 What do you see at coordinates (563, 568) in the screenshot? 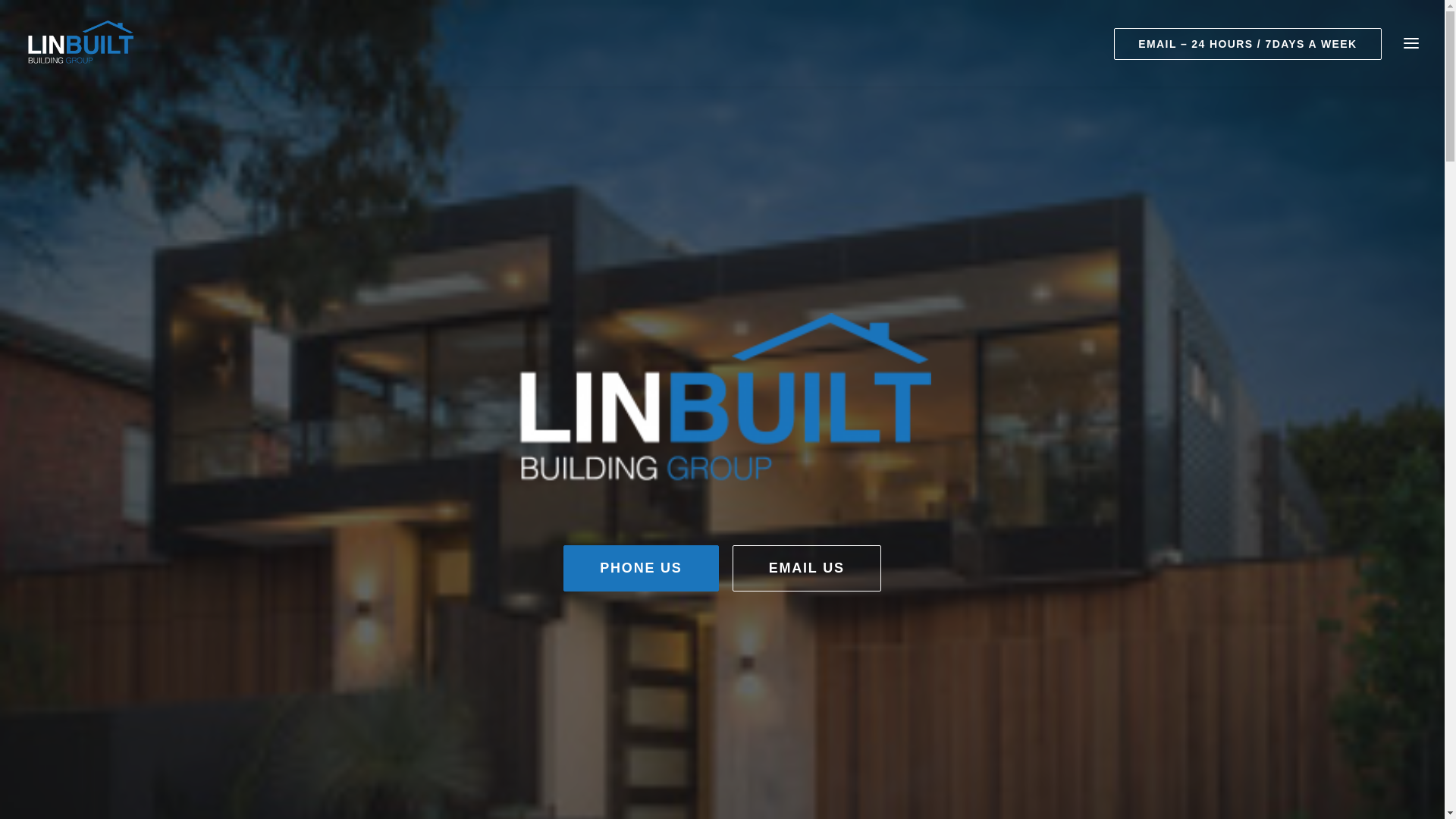
I see `'PHONE US'` at bounding box center [563, 568].